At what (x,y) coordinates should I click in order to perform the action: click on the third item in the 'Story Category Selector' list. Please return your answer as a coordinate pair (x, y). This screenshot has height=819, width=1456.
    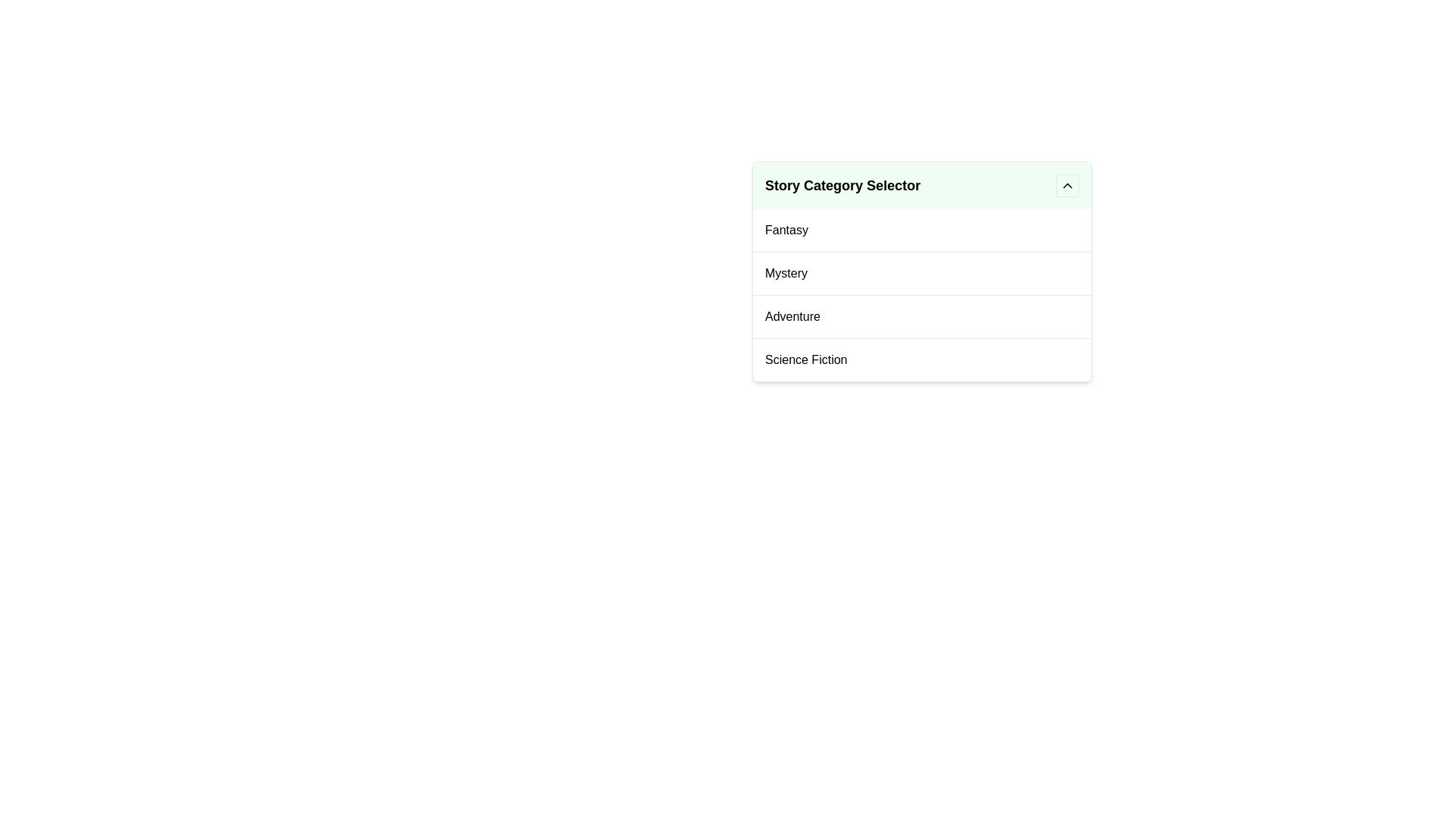
    Looking at the image, I should click on (921, 315).